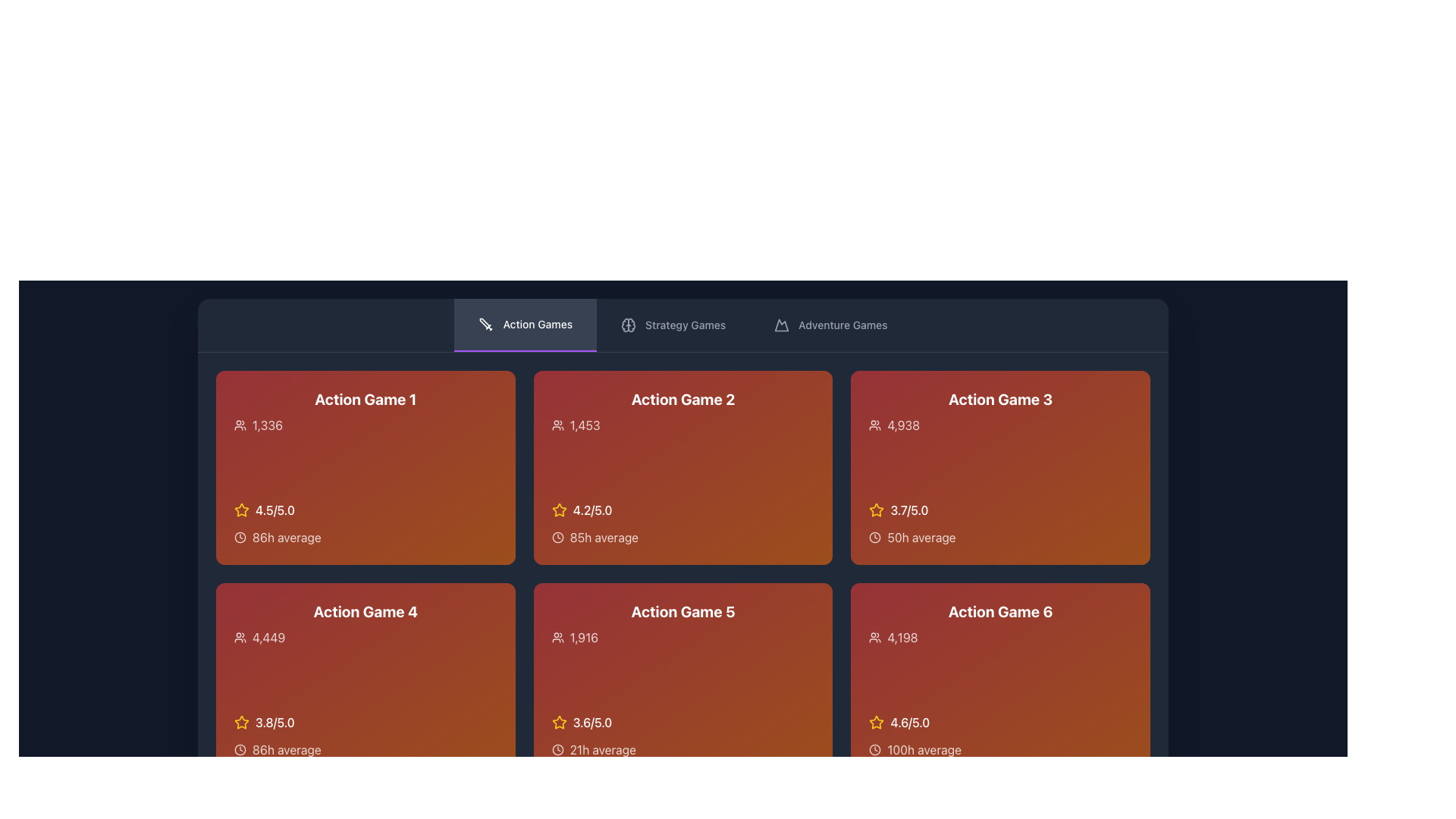 This screenshot has width=1456, height=819. Describe the element at coordinates (602, 748) in the screenshot. I see `the Text label that conveys information about the average playtime of 'Action Game 5', located at the bottom-left corner of the game card, below the rating stars and to the right of a clock icon` at that location.